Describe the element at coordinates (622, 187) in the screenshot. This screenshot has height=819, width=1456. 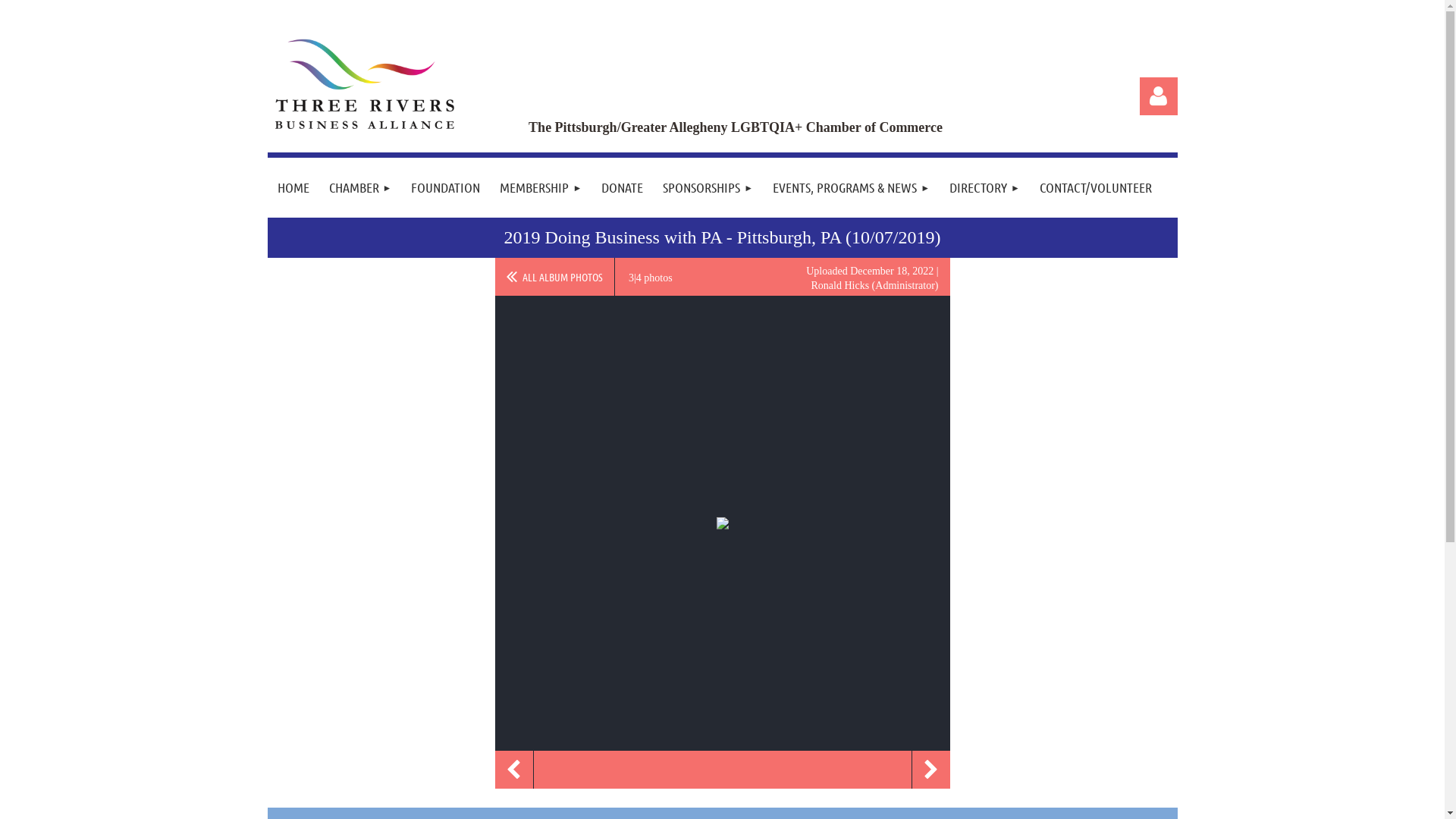
I see `'DONATE'` at that location.